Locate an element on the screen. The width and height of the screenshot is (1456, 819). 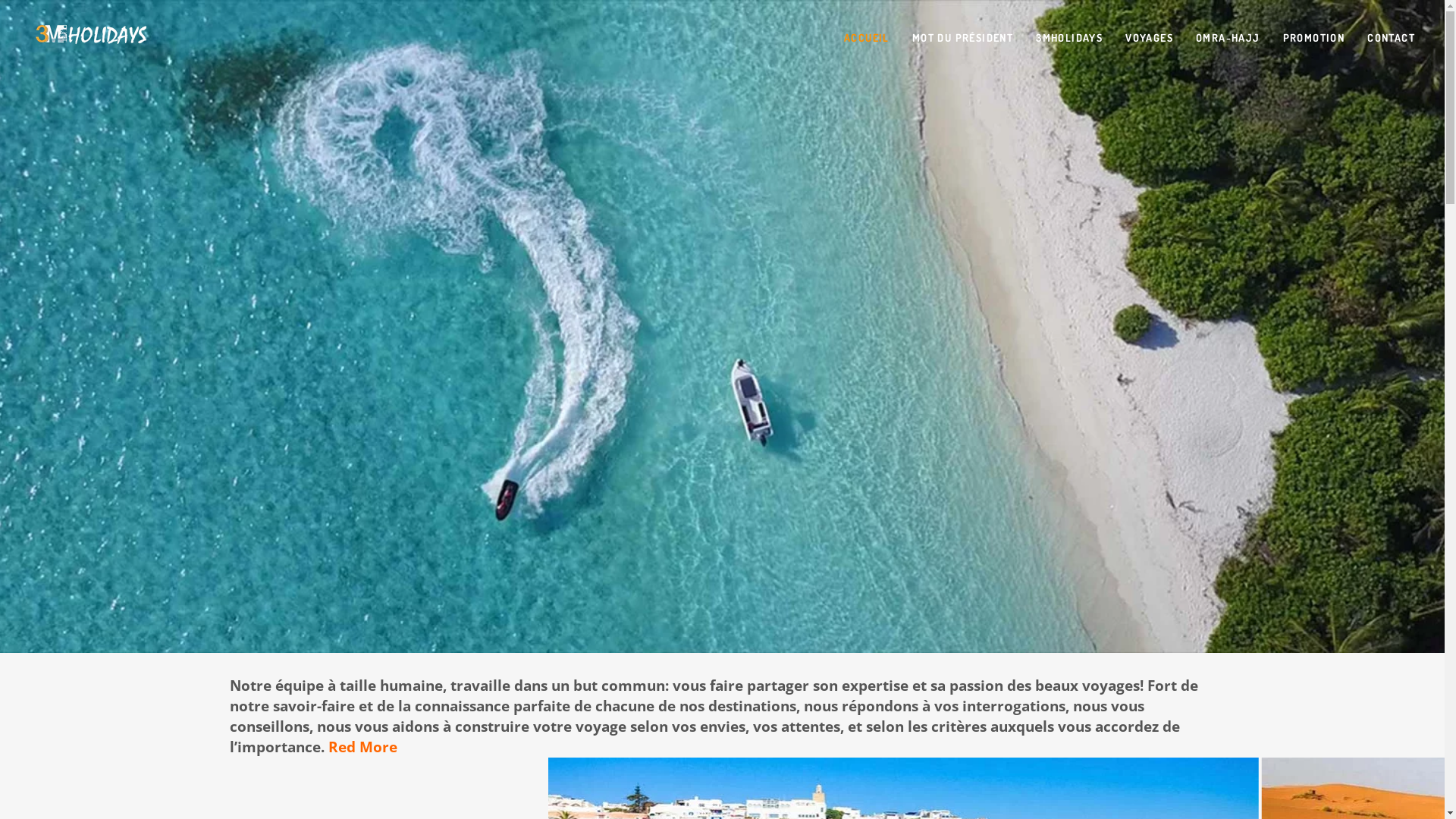
'CONTACT' is located at coordinates (1391, 37).